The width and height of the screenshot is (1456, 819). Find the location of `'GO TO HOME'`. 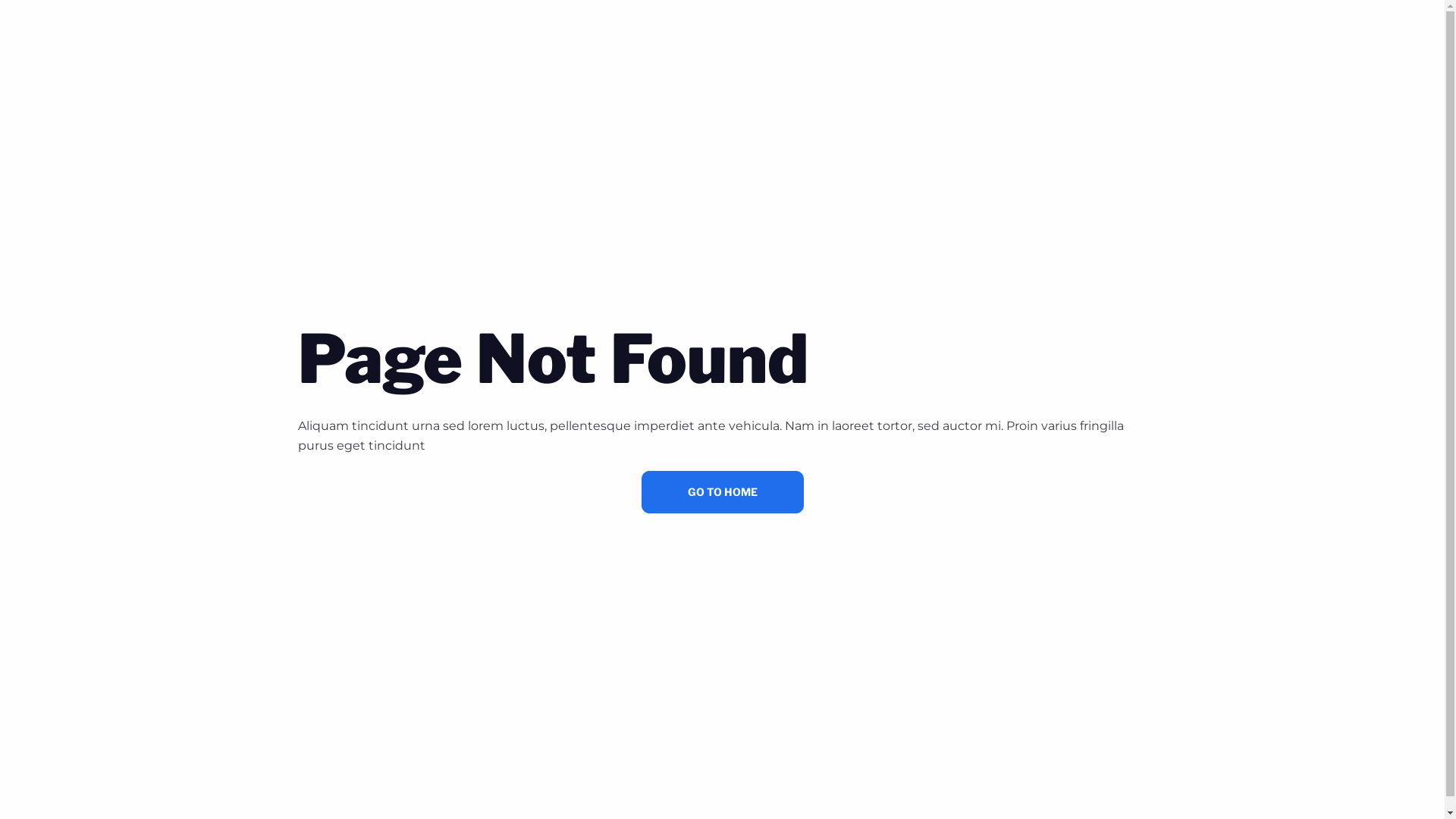

'GO TO HOME' is located at coordinates (722, 491).